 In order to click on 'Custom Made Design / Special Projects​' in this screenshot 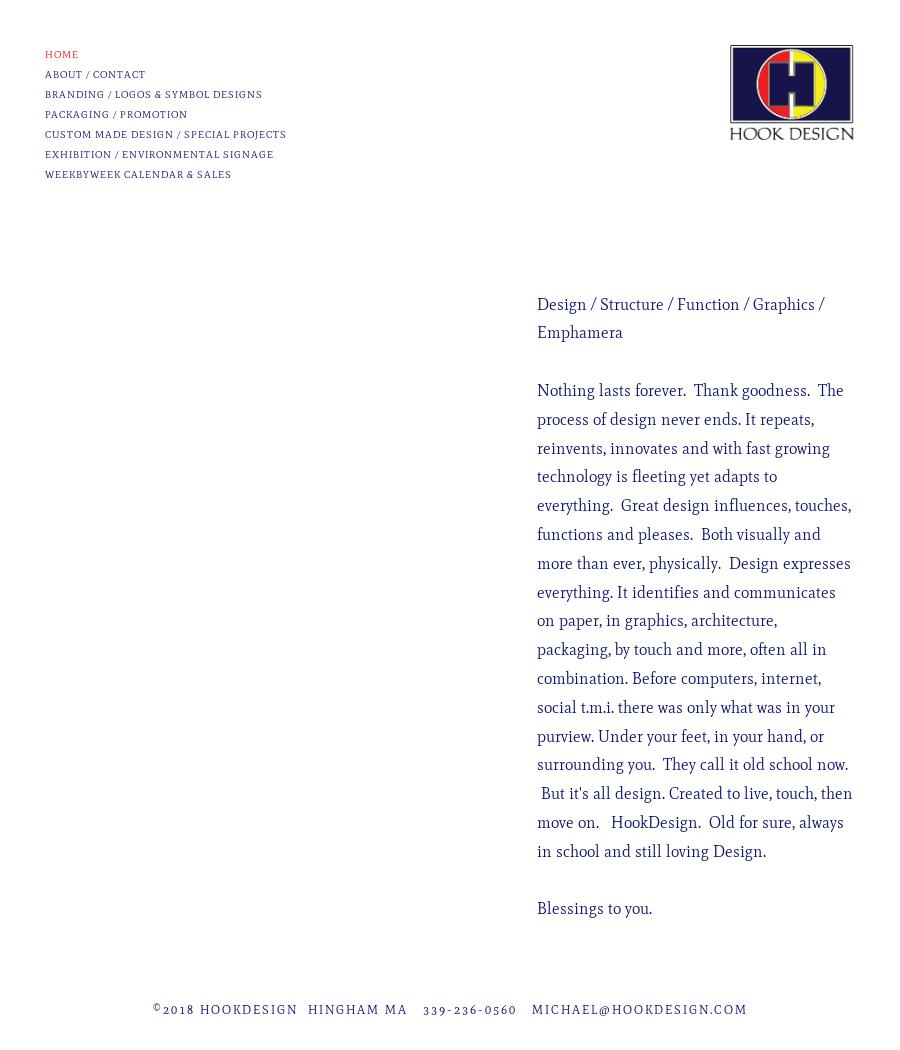, I will do `click(165, 133)`.